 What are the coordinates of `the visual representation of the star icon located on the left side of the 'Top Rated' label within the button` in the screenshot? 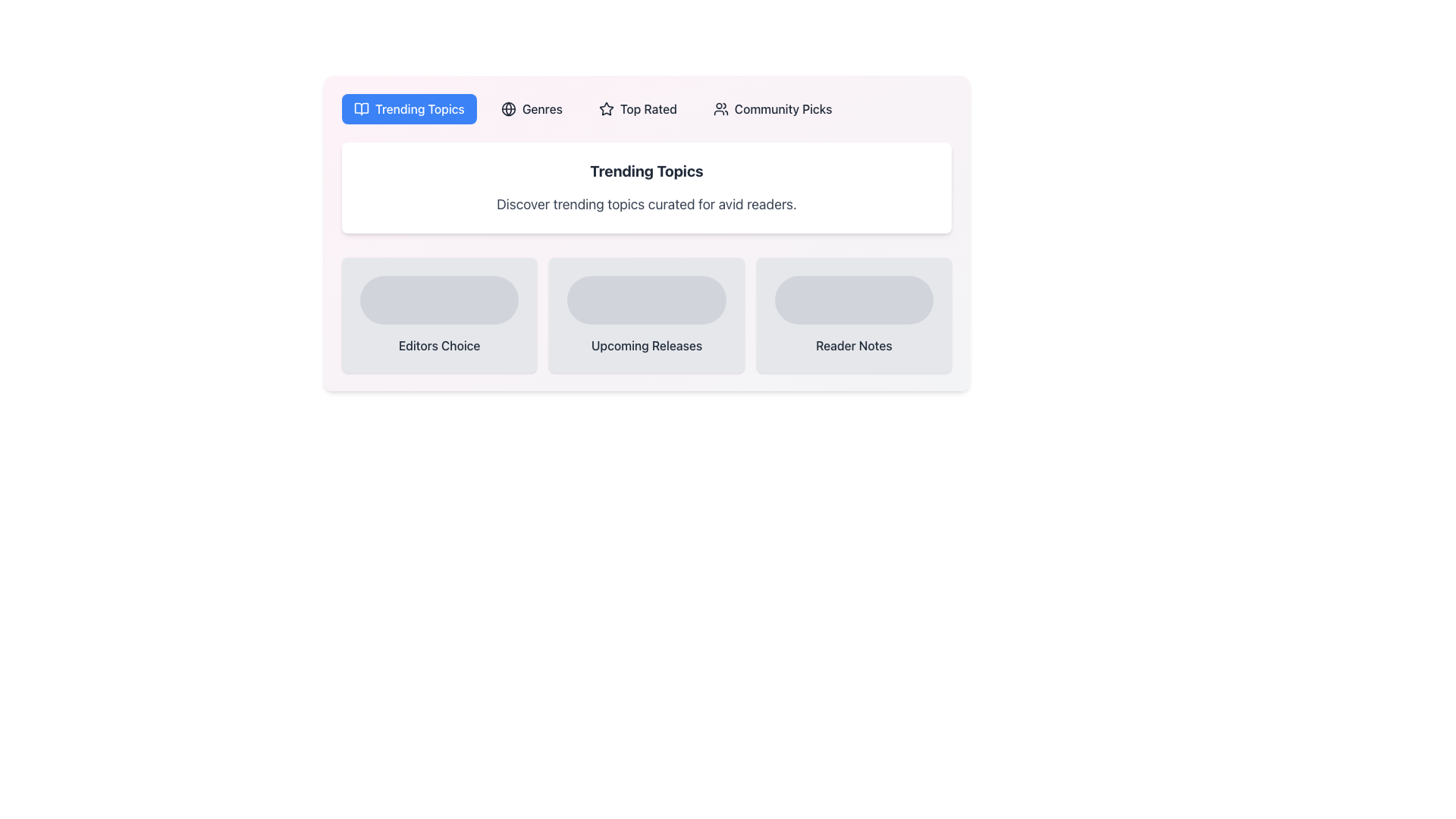 It's located at (605, 108).